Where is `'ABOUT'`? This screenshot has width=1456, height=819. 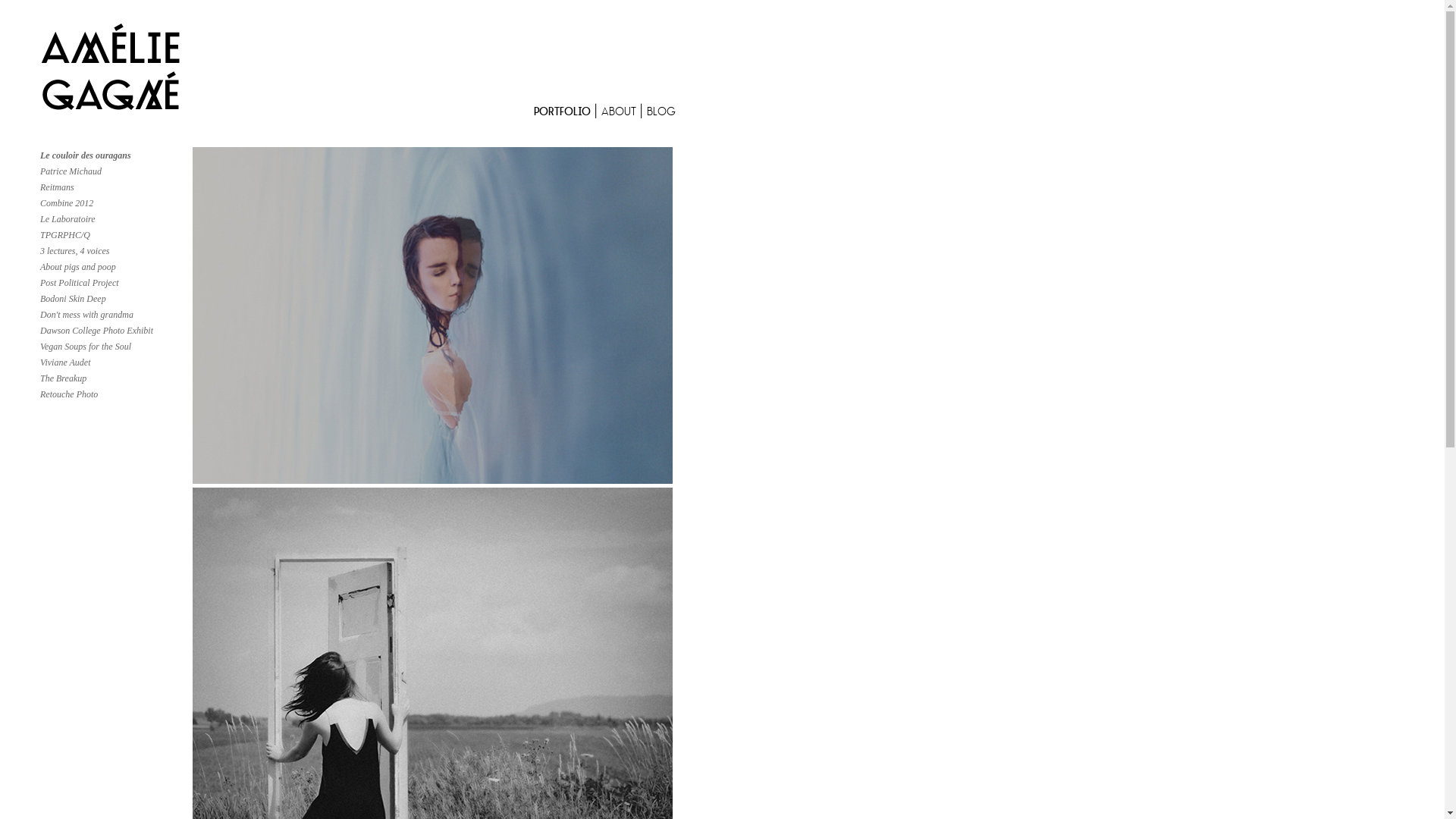 'ABOUT' is located at coordinates (620, 111).